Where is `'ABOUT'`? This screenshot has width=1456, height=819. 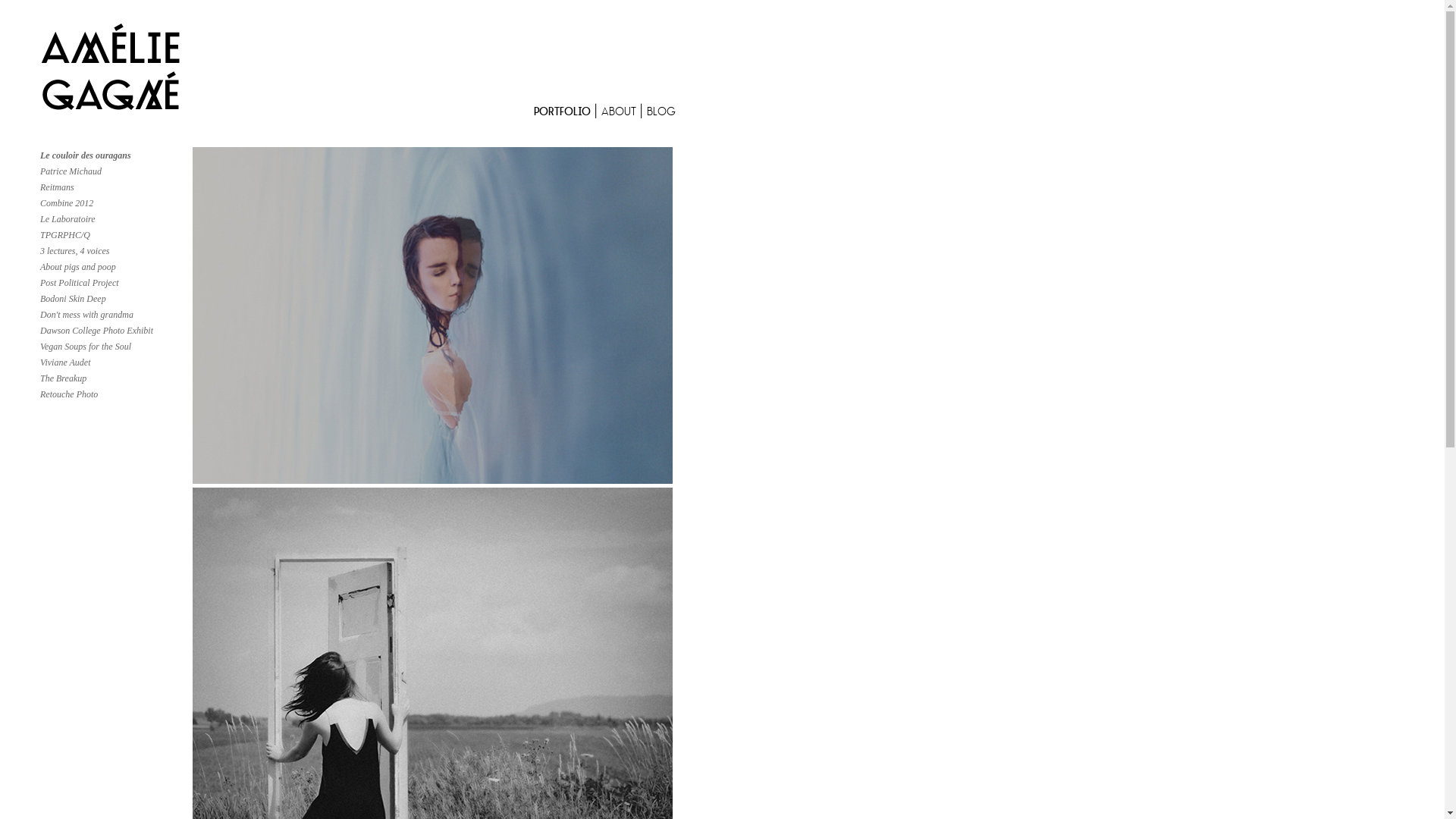 'ABOUT' is located at coordinates (620, 111).